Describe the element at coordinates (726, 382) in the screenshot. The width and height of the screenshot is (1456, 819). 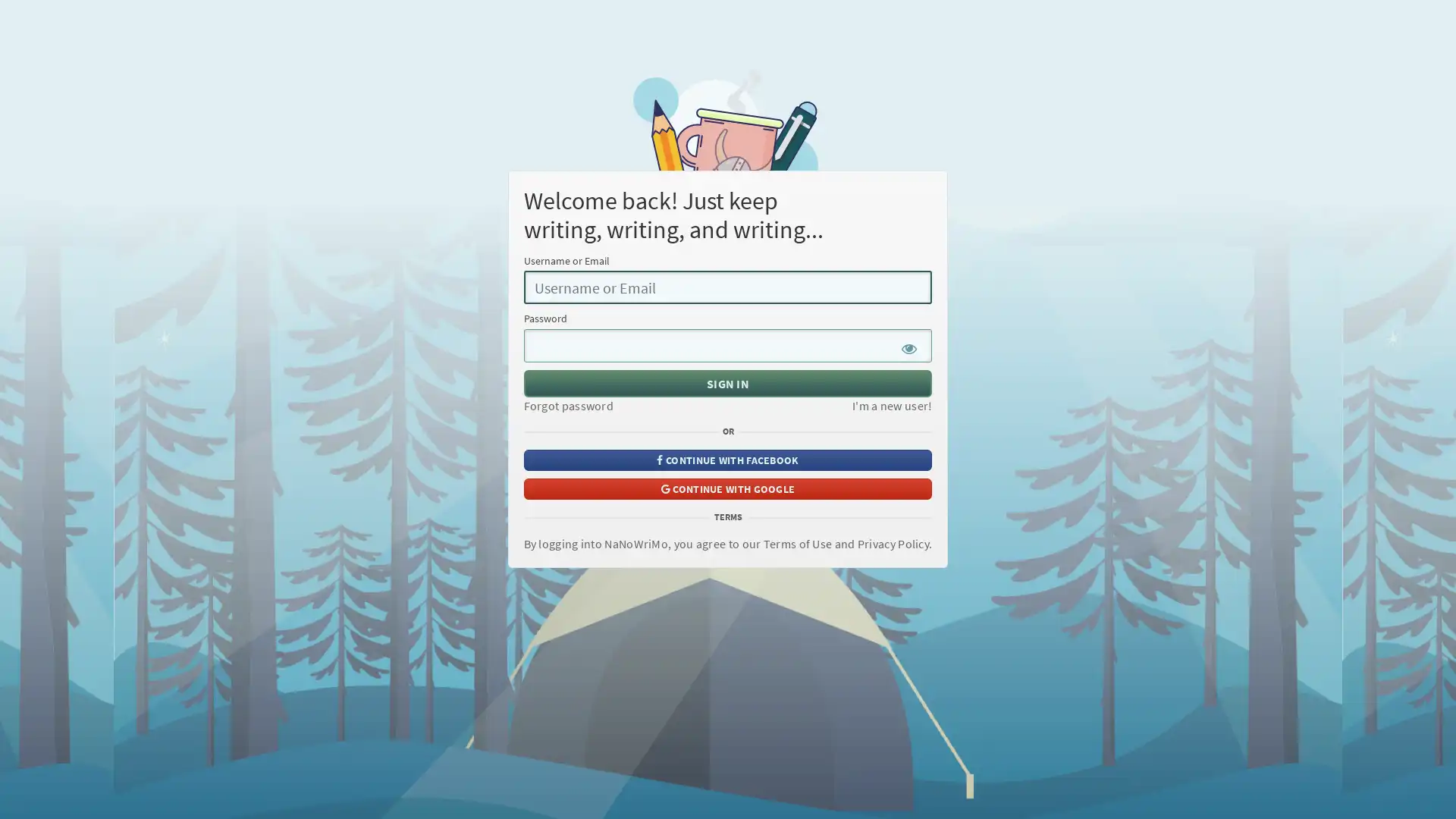
I see `SIGN IN` at that location.